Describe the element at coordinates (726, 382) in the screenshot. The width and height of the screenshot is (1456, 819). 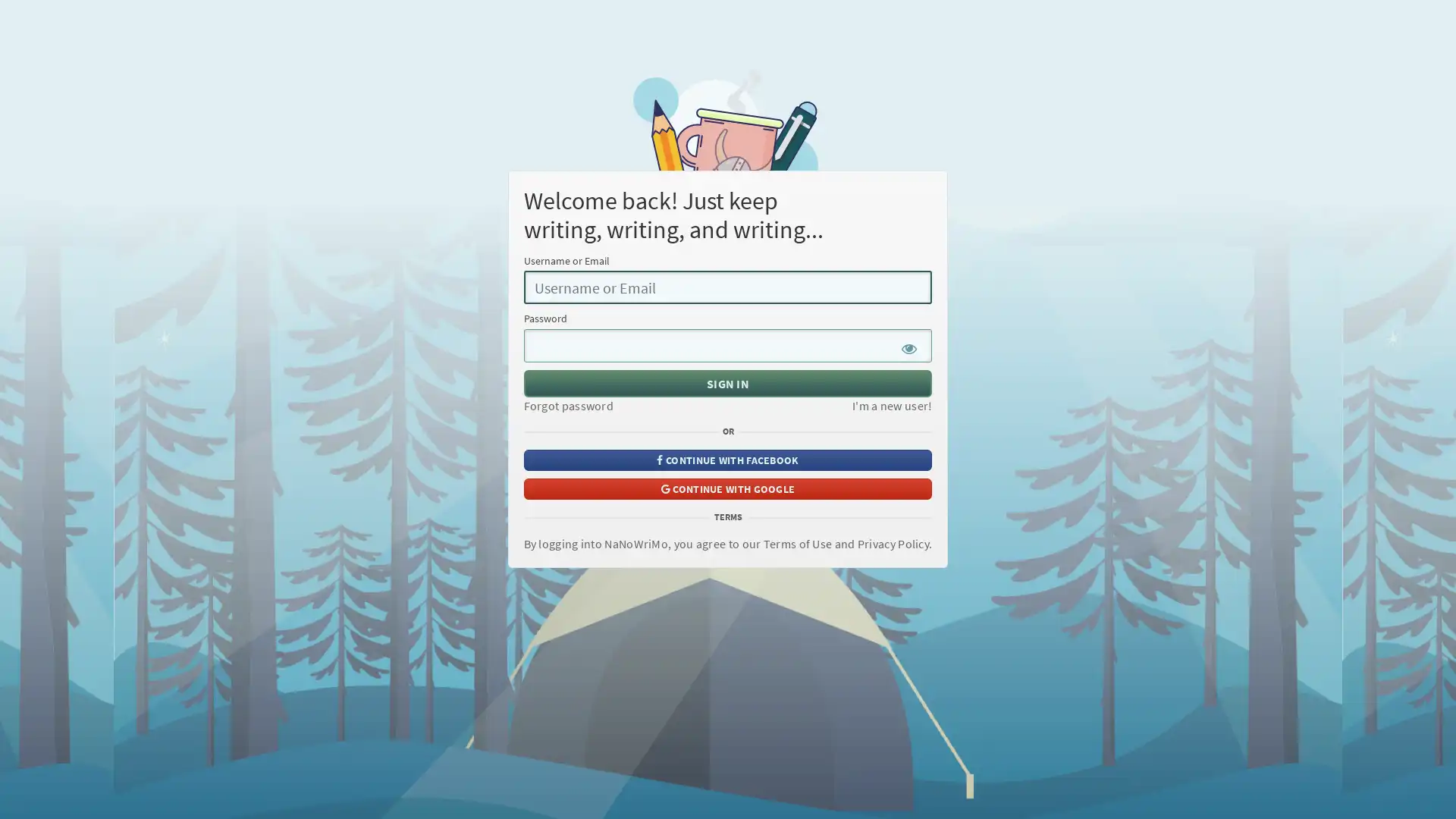
I see `SIGN IN` at that location.